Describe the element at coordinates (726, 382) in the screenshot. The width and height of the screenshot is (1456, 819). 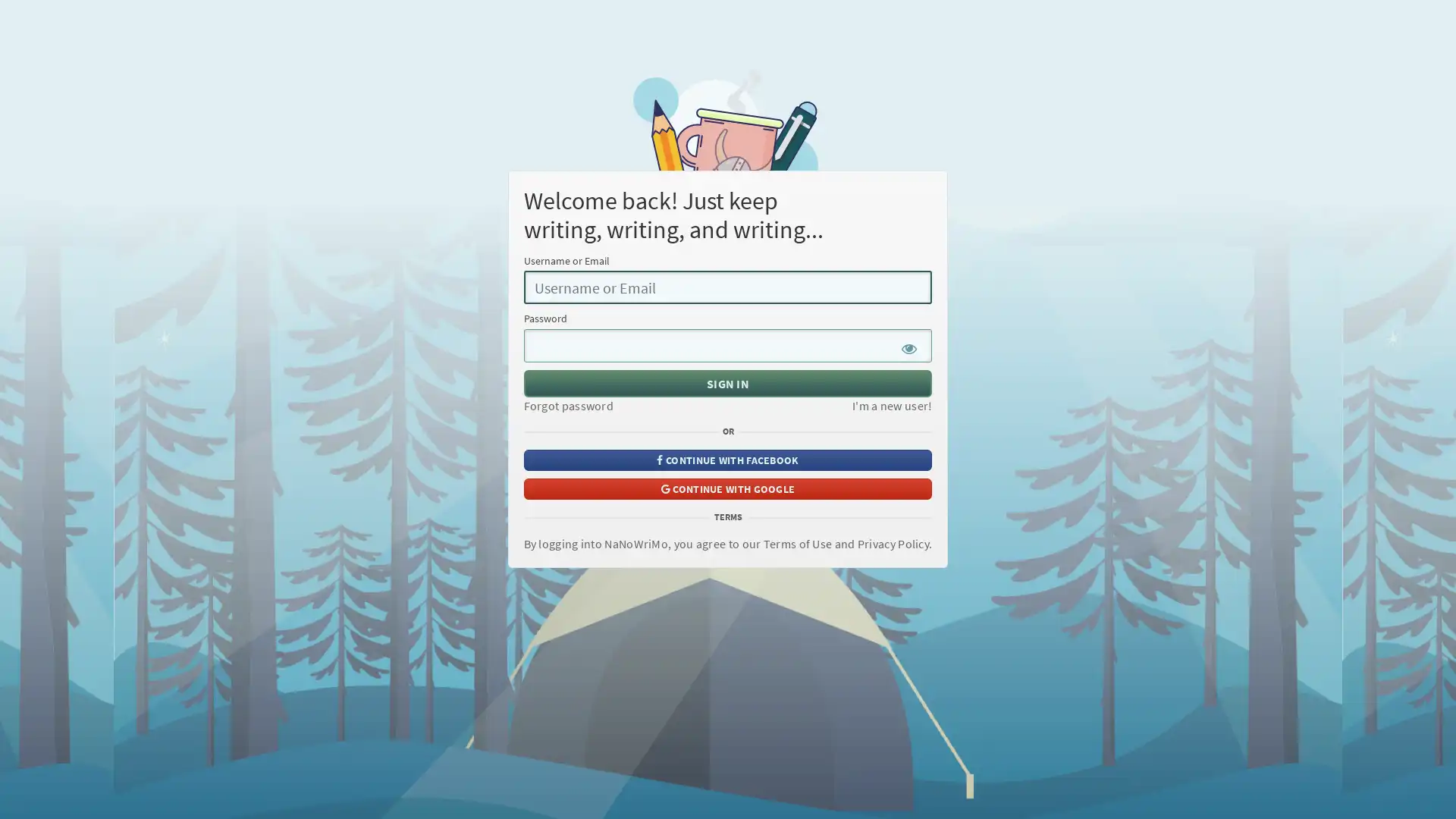
I see `SIGN IN` at that location.